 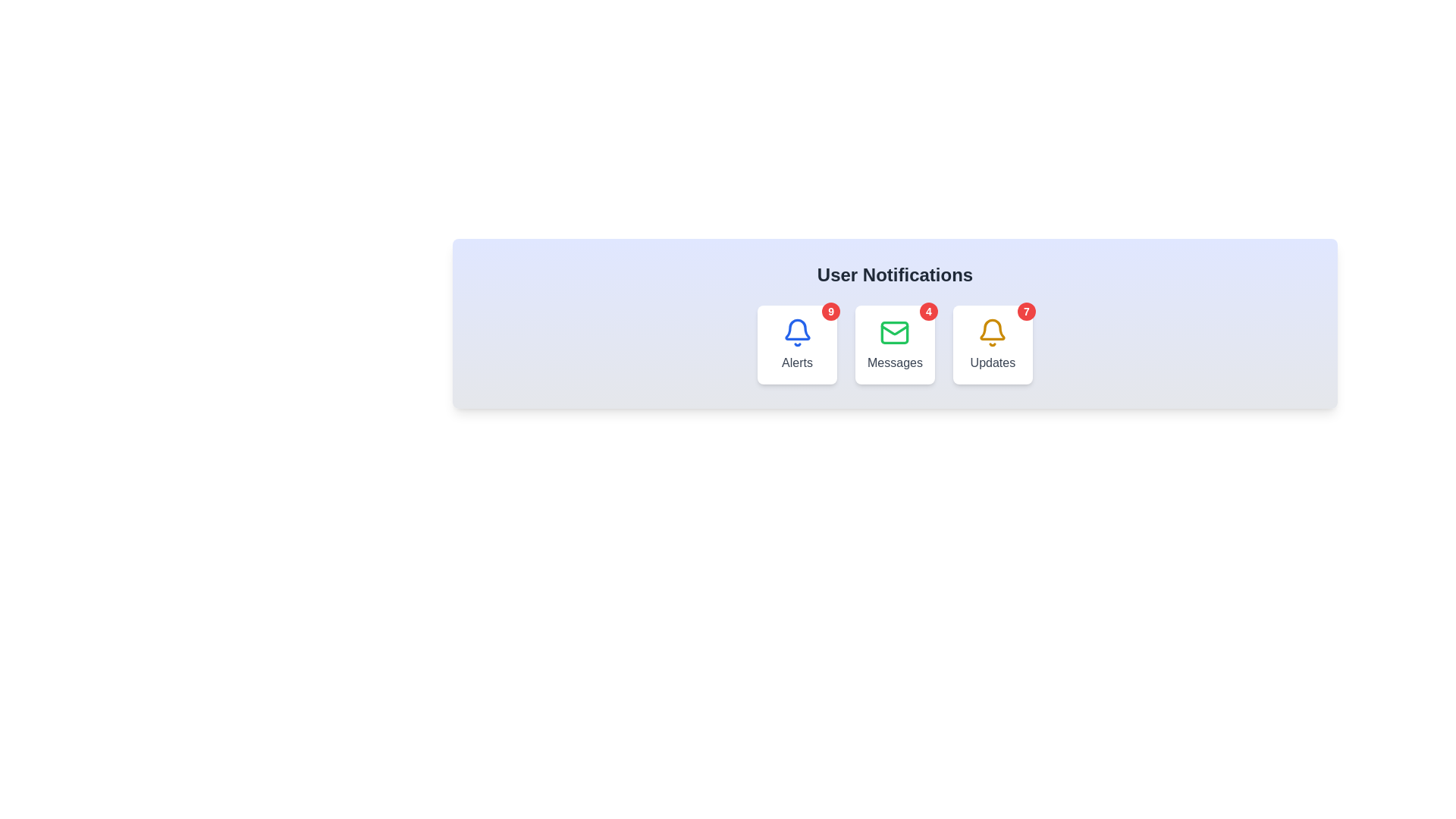 I want to click on the bold, large-sized 'User Notifications' text label styled with dark gray color, prominently placed on a light gradient background above the notification cards, so click(x=895, y=275).